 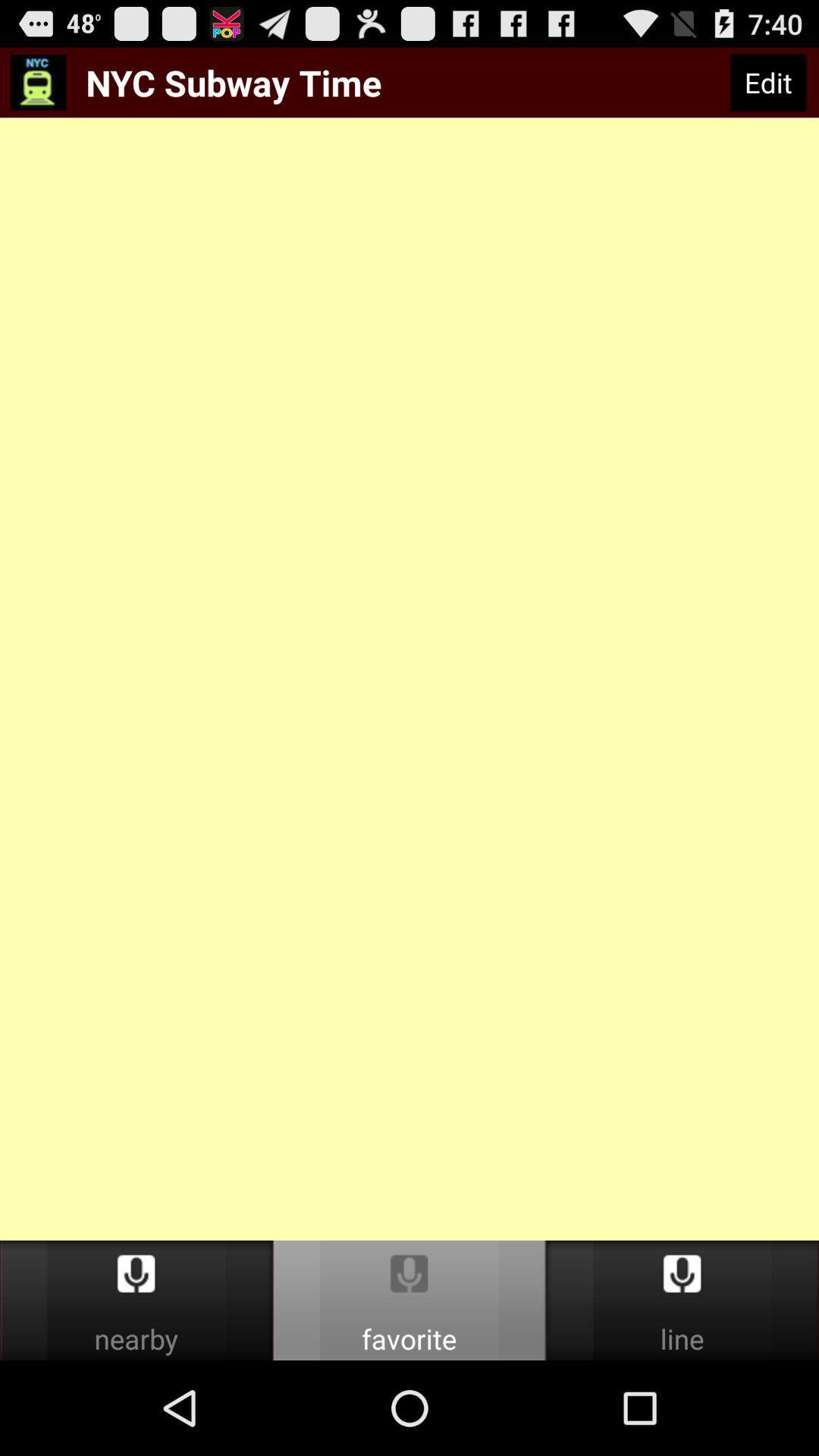 What do you see at coordinates (768, 82) in the screenshot?
I see `the item next to the nyc subway time app` at bounding box center [768, 82].